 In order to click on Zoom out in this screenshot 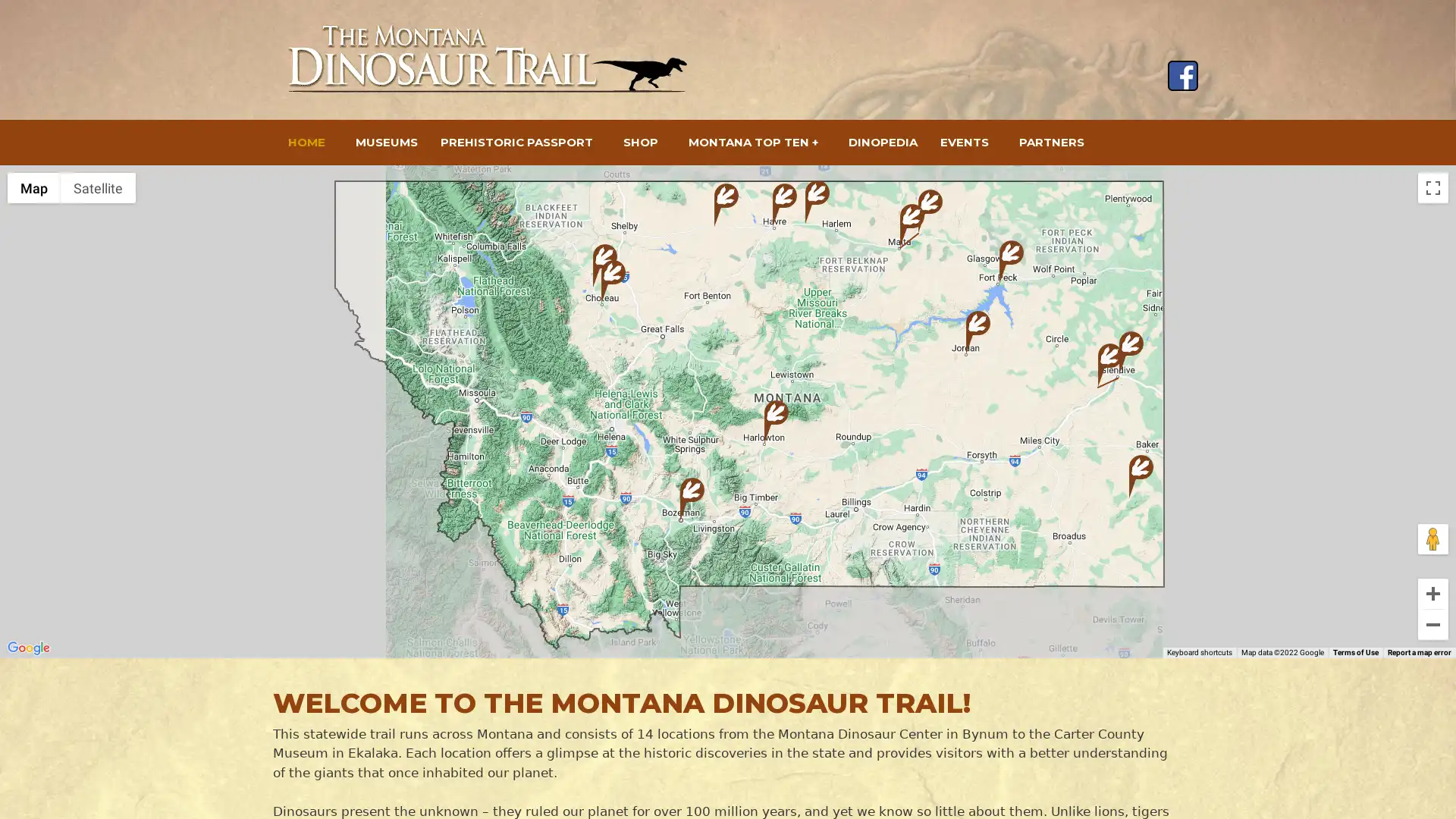, I will do `click(1432, 625)`.